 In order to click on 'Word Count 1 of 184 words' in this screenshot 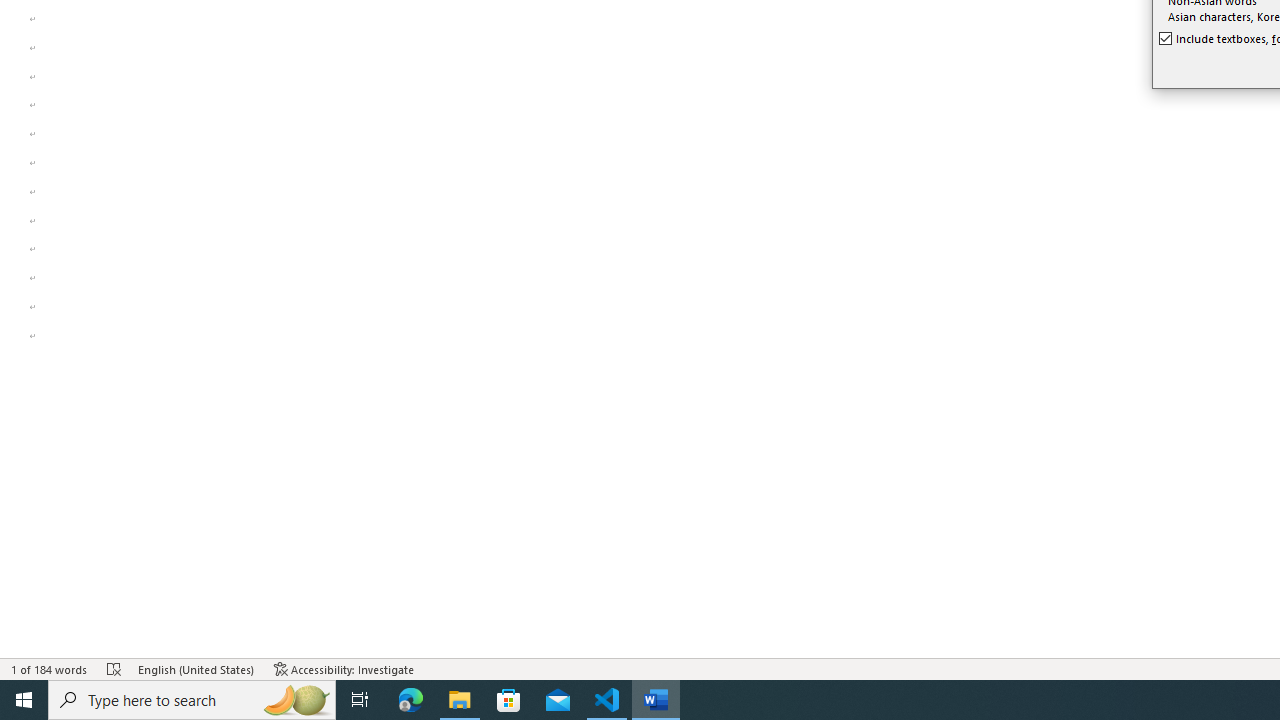, I will do `click(49, 669)`.